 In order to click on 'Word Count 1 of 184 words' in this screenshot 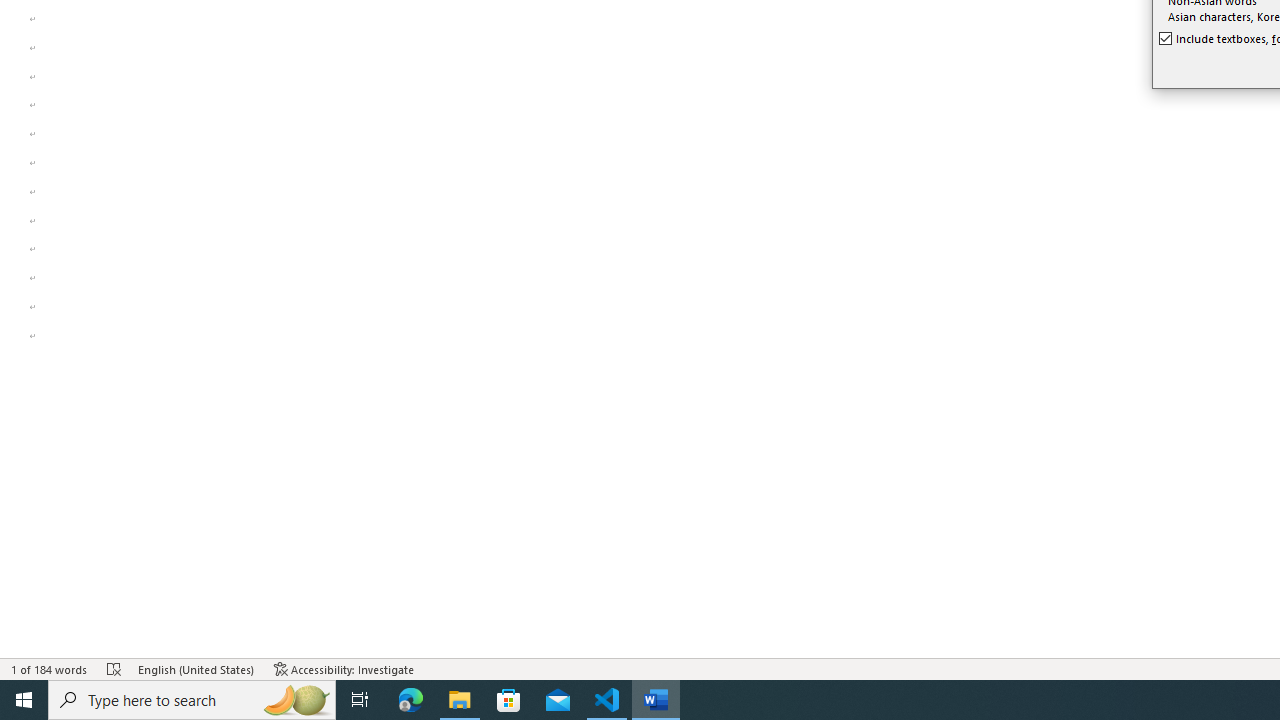, I will do `click(49, 669)`.